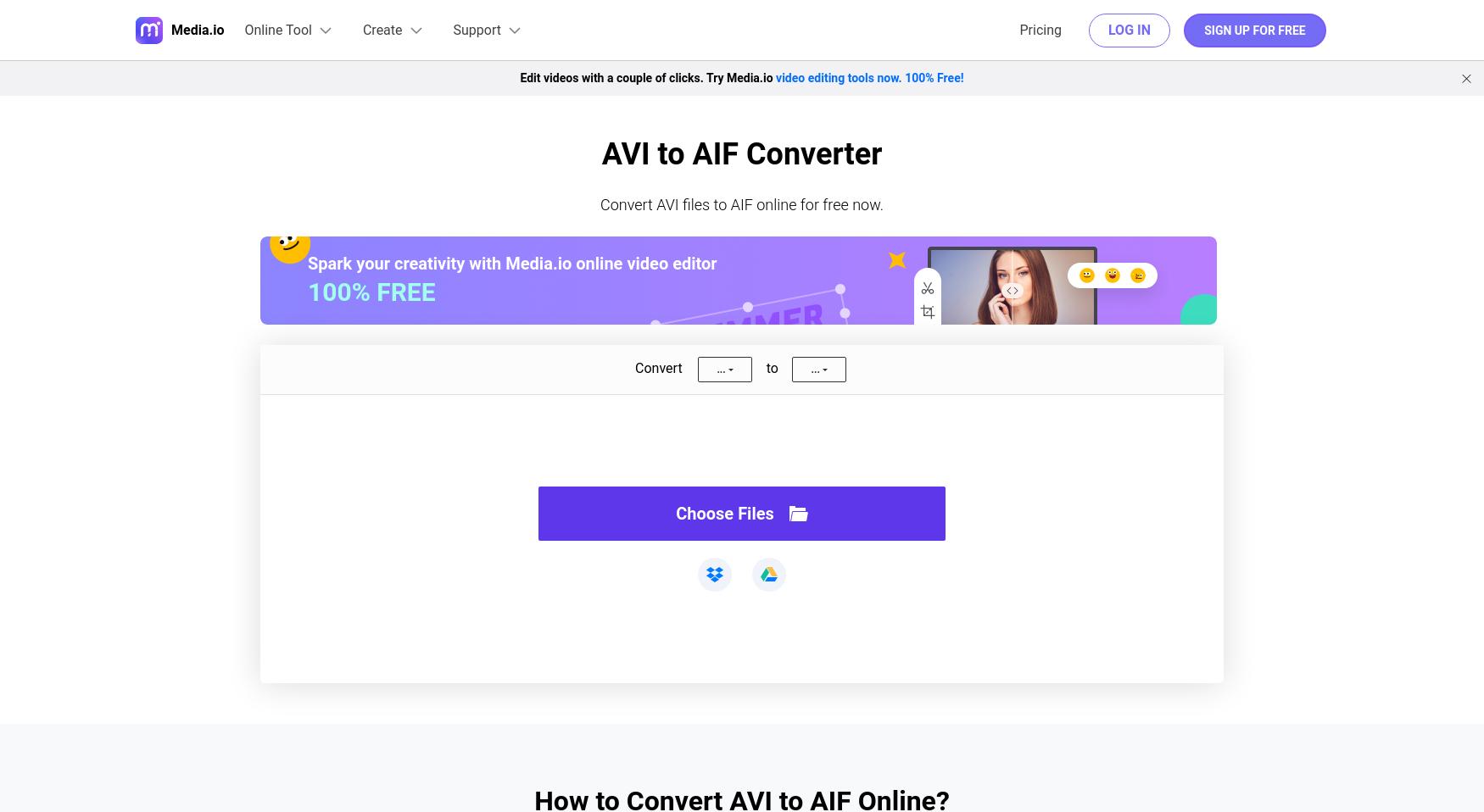 The image size is (1484, 812). What do you see at coordinates (1254, 30) in the screenshot?
I see `'SIGN UP FOR FREE'` at bounding box center [1254, 30].